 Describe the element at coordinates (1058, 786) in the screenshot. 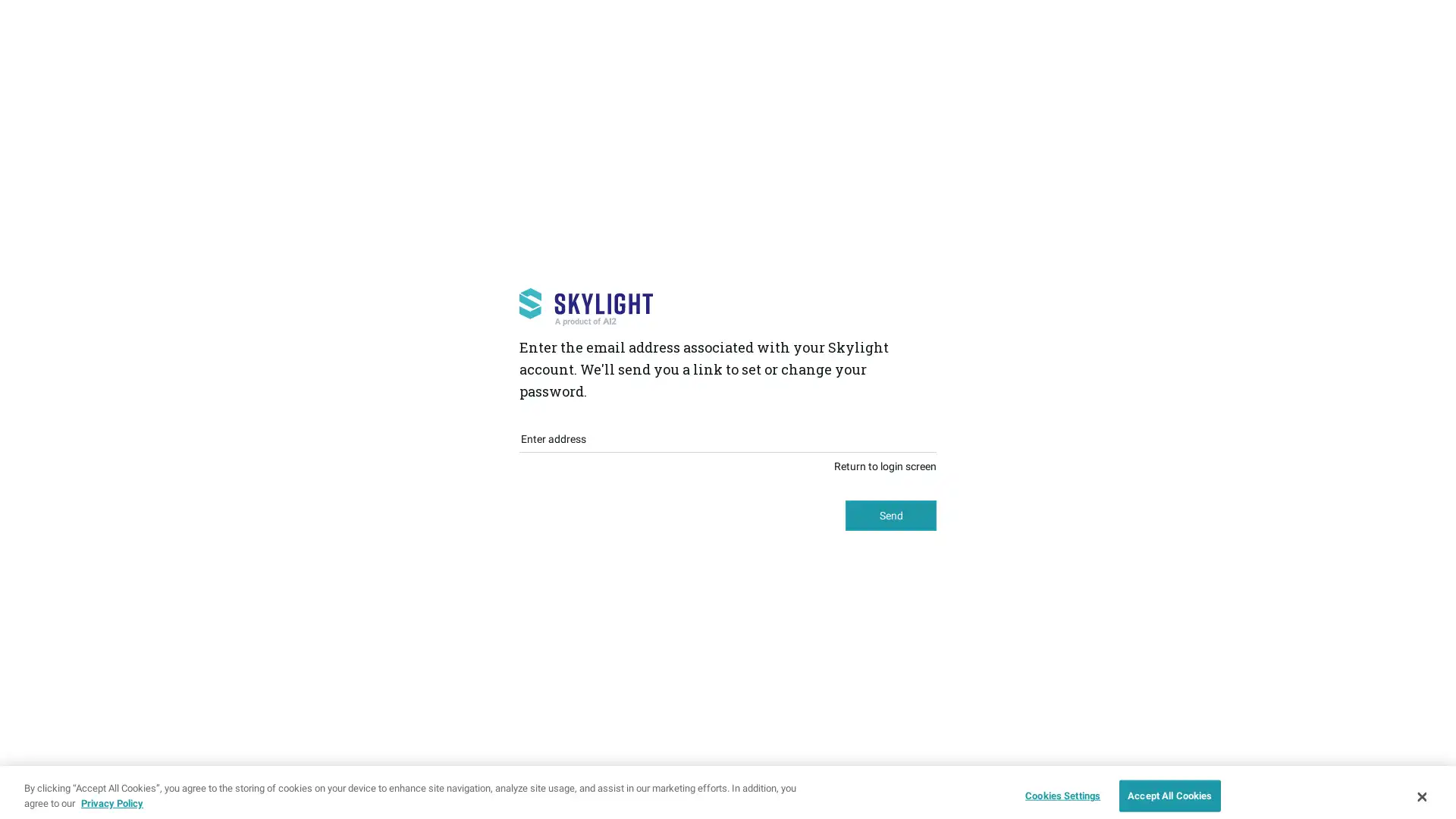

I see `Cookies Settings` at that location.